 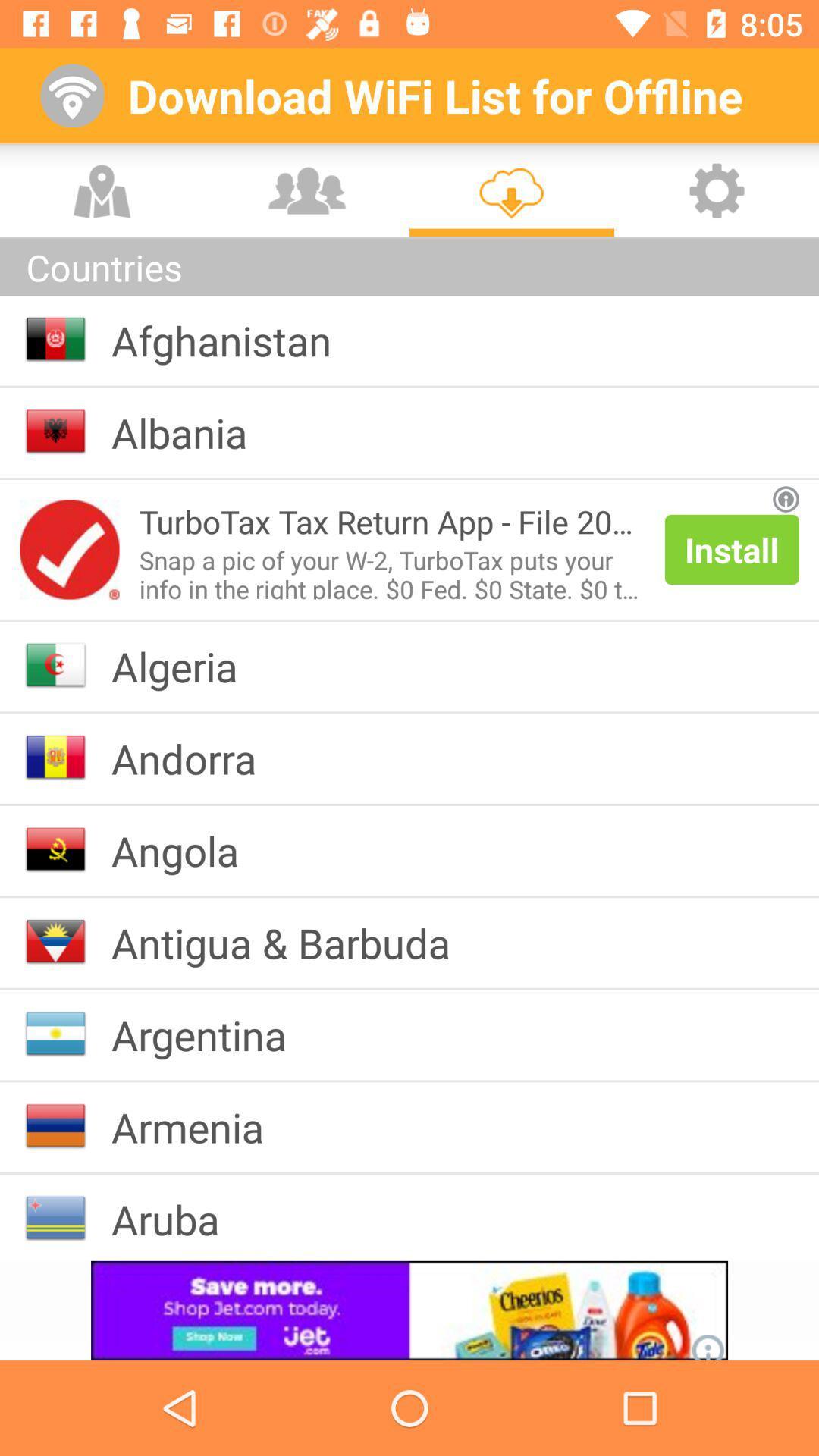 What do you see at coordinates (195, 758) in the screenshot?
I see `the item above the angola` at bounding box center [195, 758].